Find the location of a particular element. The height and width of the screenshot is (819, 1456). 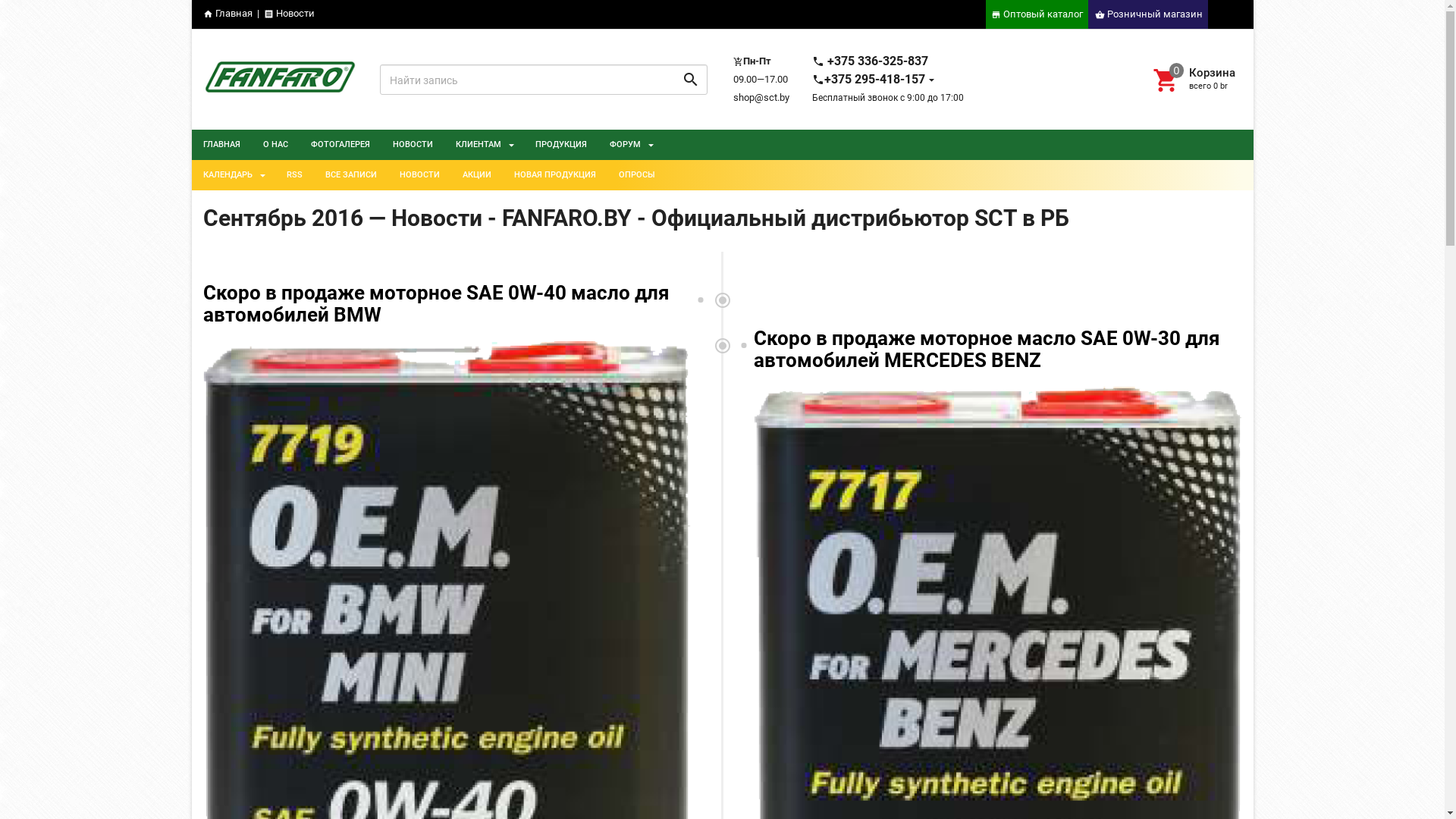

'RSS' is located at coordinates (293, 174).